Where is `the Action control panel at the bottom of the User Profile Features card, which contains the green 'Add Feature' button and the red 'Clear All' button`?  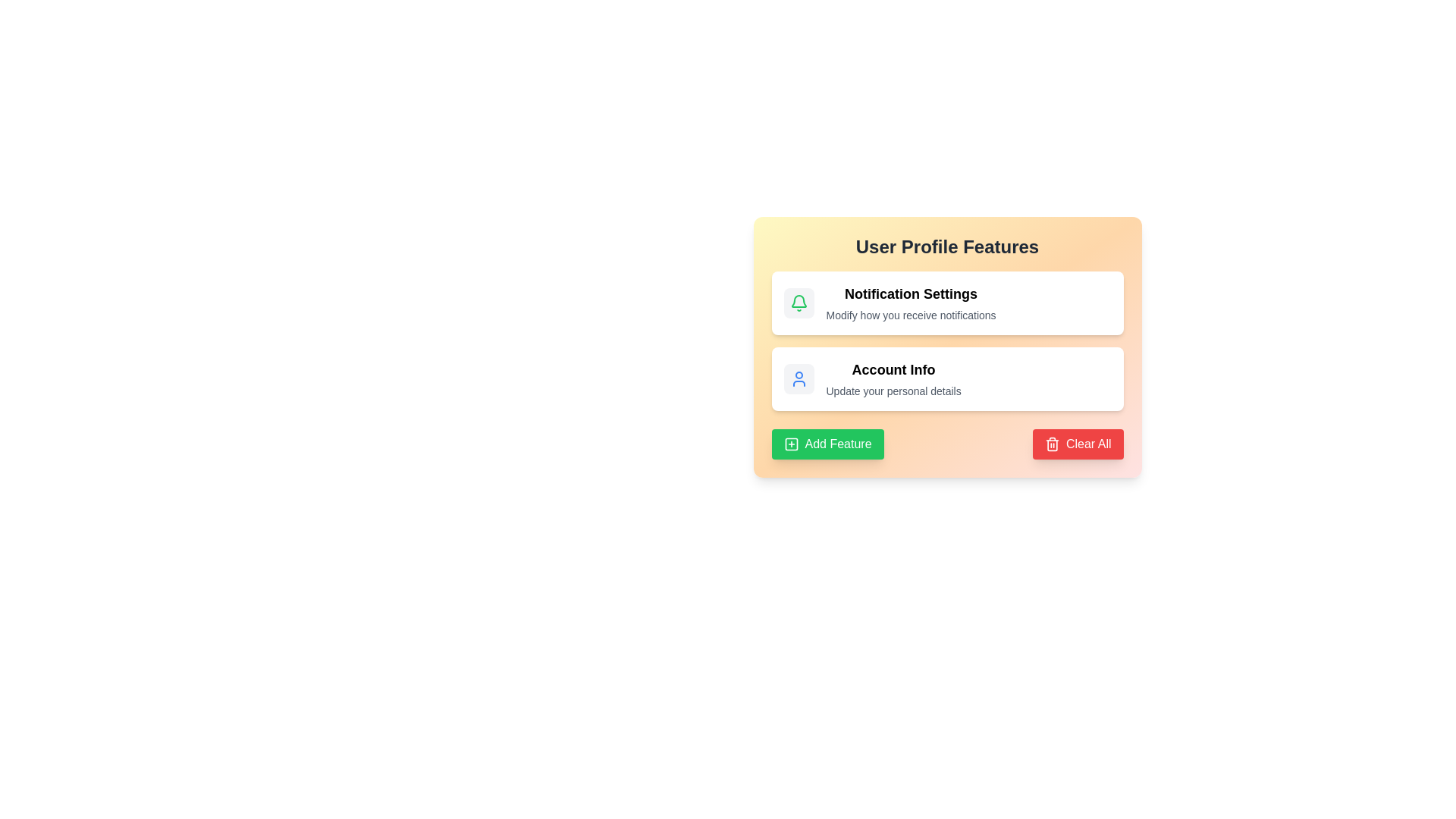 the Action control panel at the bottom of the User Profile Features card, which contains the green 'Add Feature' button and the red 'Clear All' button is located at coordinates (946, 444).